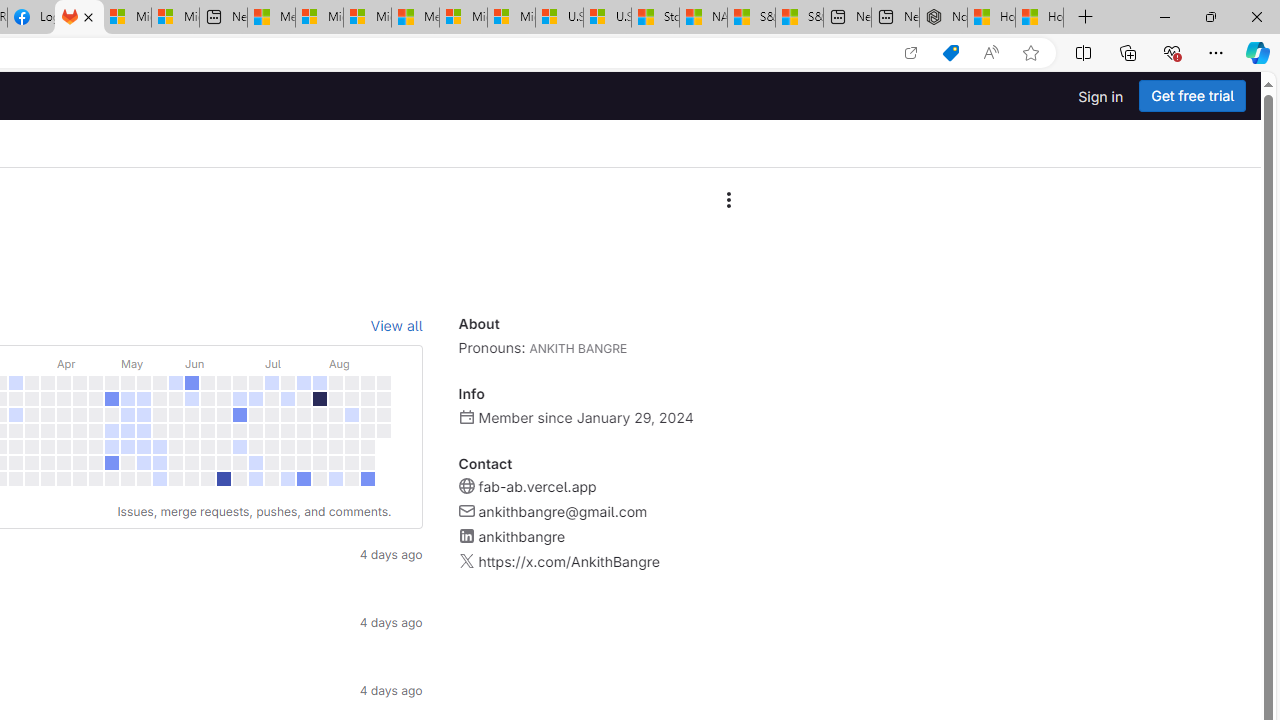 This screenshot has width=1280, height=720. Describe the element at coordinates (1257, 51) in the screenshot. I see `'Copilot (Ctrl+Shift+.)'` at that location.